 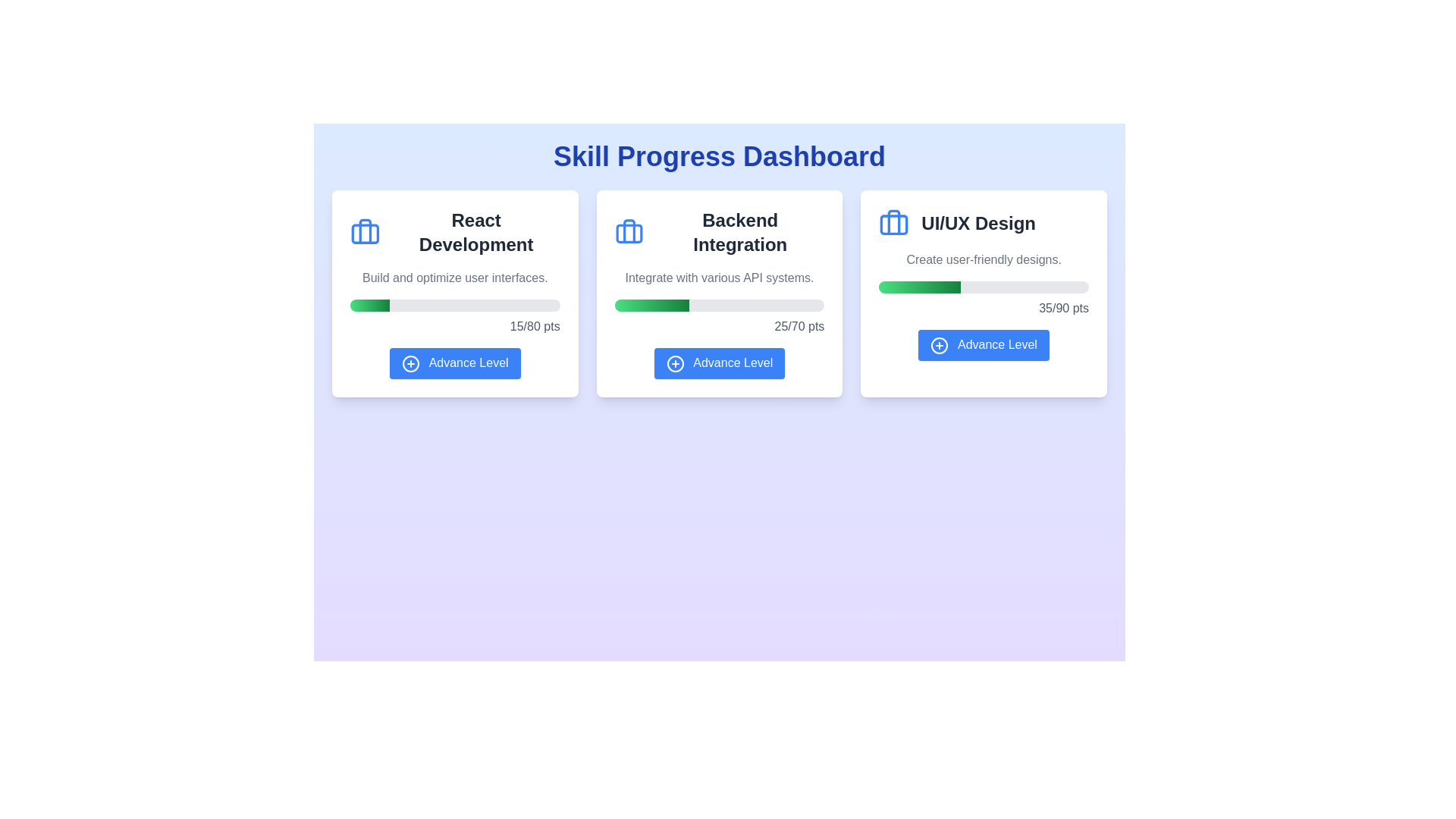 I want to click on the Text Label that serves as a title for the section related to backend integration, located in the central card of a 3-card layout in the Skill Progress Dashboard, so click(x=740, y=233).